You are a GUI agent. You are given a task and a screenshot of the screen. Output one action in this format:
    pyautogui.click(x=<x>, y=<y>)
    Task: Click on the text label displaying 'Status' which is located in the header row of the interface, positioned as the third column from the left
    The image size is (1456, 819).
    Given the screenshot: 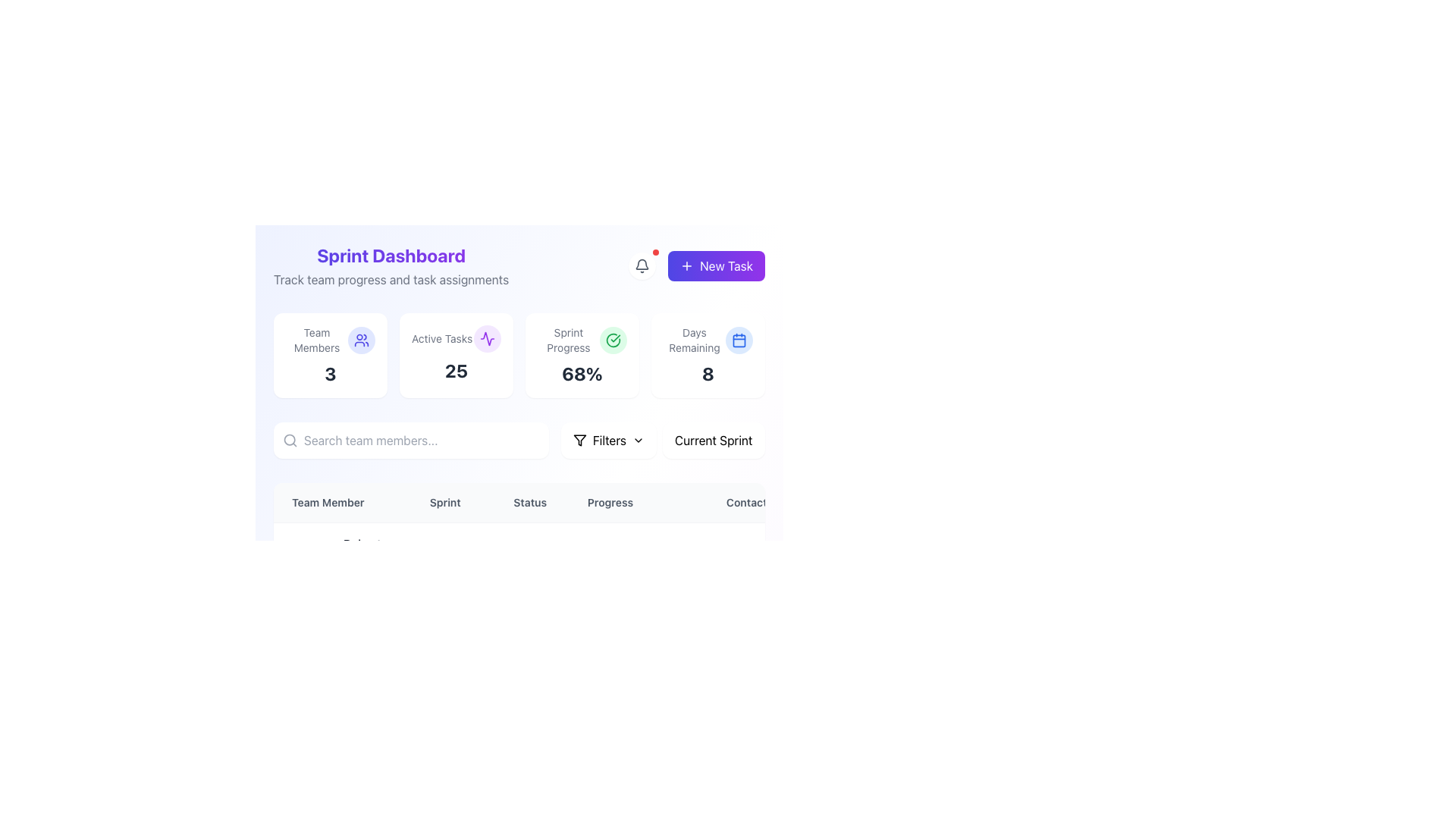 What is the action you would take?
    pyautogui.click(x=532, y=503)
    